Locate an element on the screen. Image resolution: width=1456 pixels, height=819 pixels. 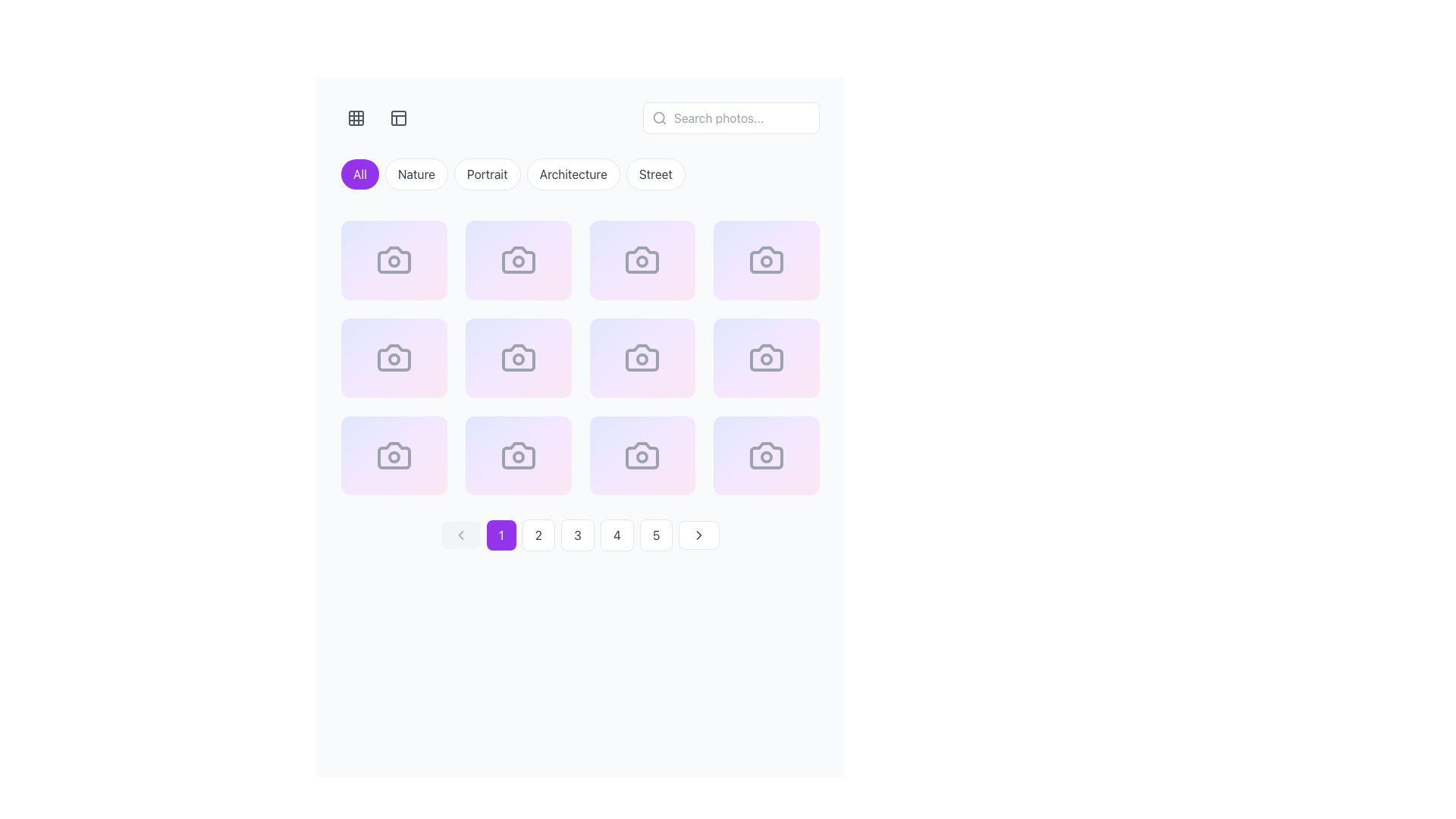
the second button in a horizontal row of three to change its background color is located at coordinates (773, 275).